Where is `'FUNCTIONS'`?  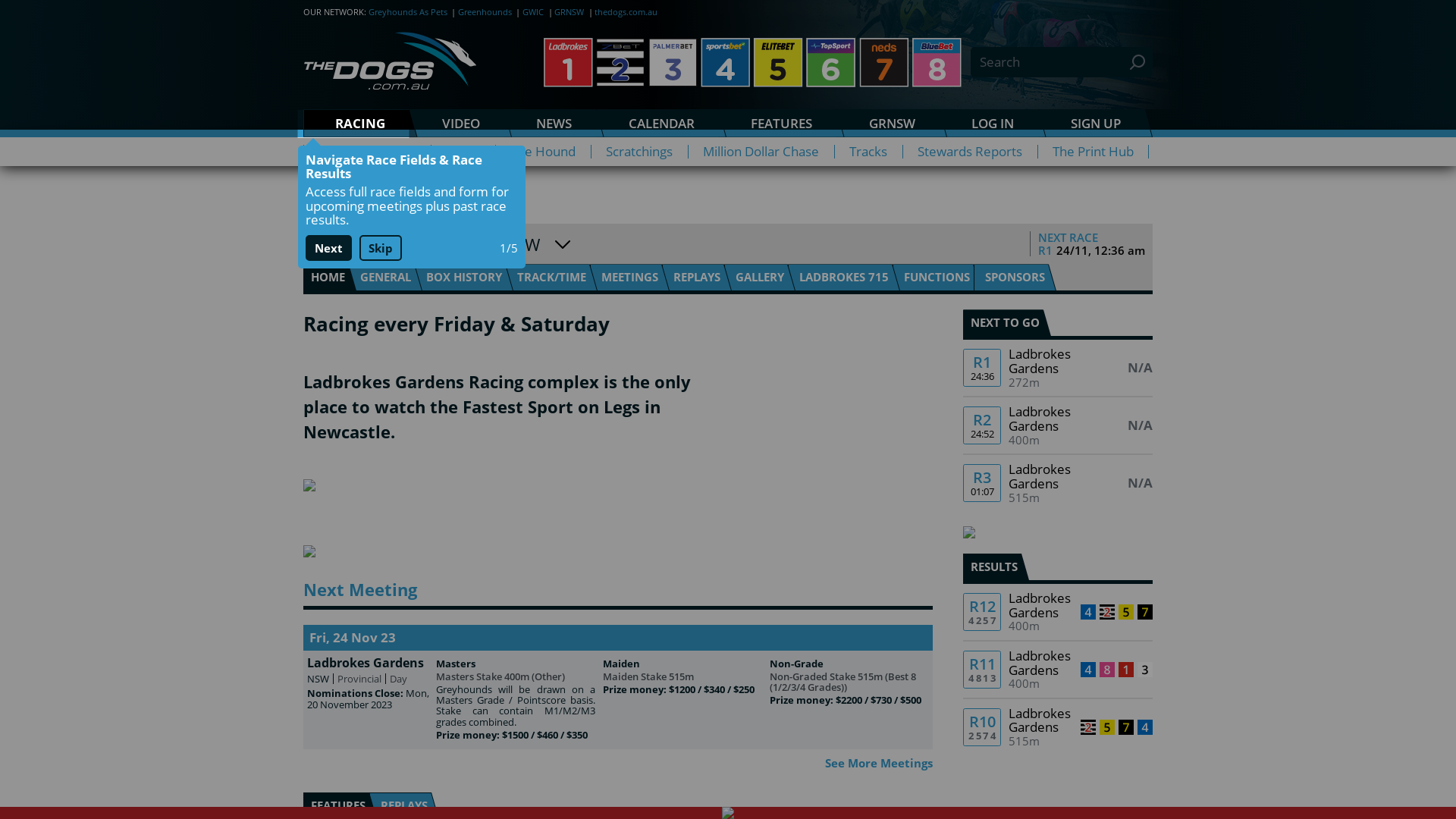
'FUNCTIONS' is located at coordinates (936, 277).